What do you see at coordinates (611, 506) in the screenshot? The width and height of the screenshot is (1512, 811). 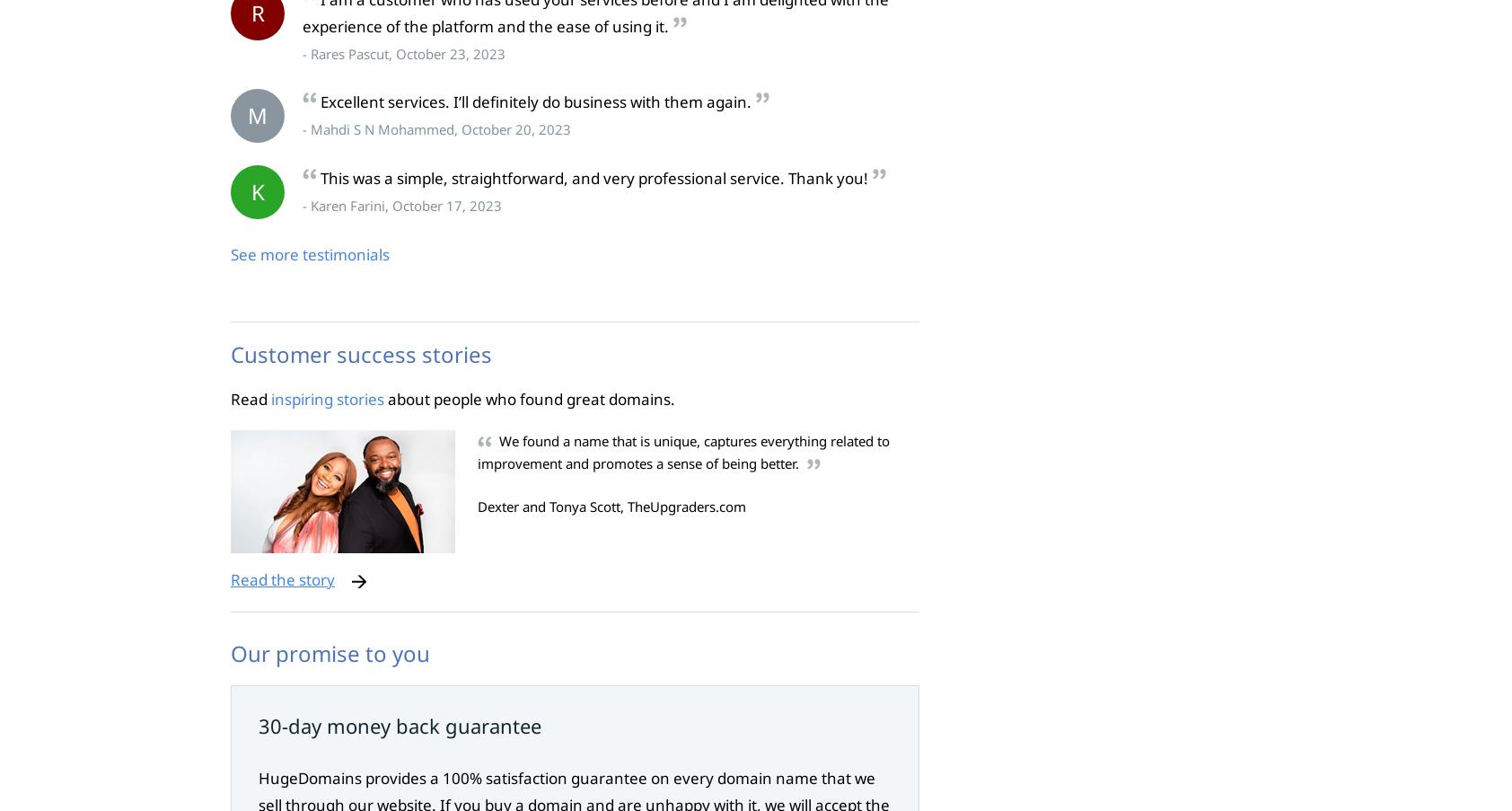 I see `'Dexter and Tonya Scott, TheUpgraders.com'` at bounding box center [611, 506].